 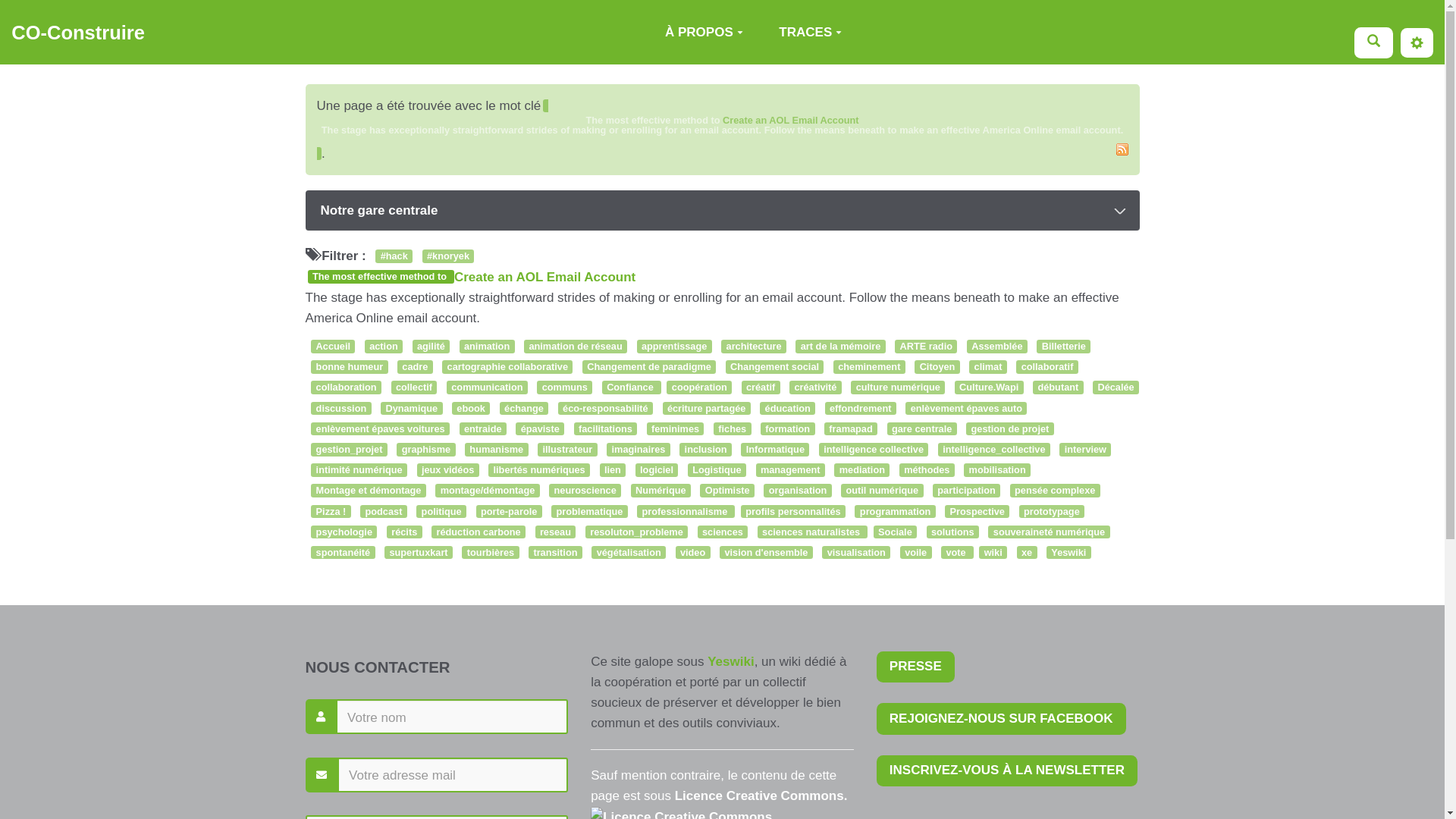 I want to click on 'programmation', so click(x=895, y=512).